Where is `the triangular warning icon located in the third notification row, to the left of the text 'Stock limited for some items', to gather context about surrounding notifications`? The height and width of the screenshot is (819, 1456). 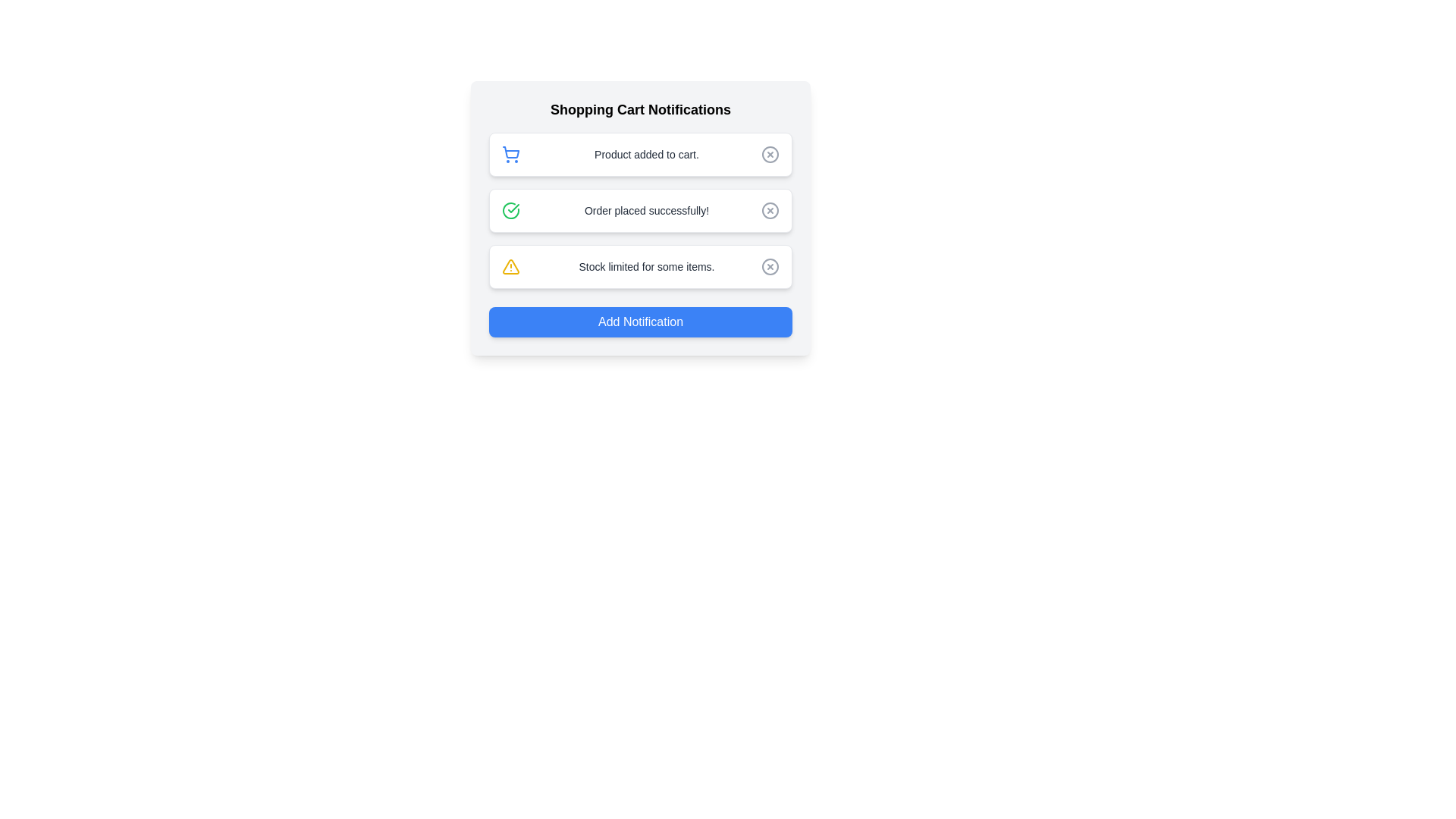
the triangular warning icon located in the third notification row, to the left of the text 'Stock limited for some items', to gather context about surrounding notifications is located at coordinates (510, 265).